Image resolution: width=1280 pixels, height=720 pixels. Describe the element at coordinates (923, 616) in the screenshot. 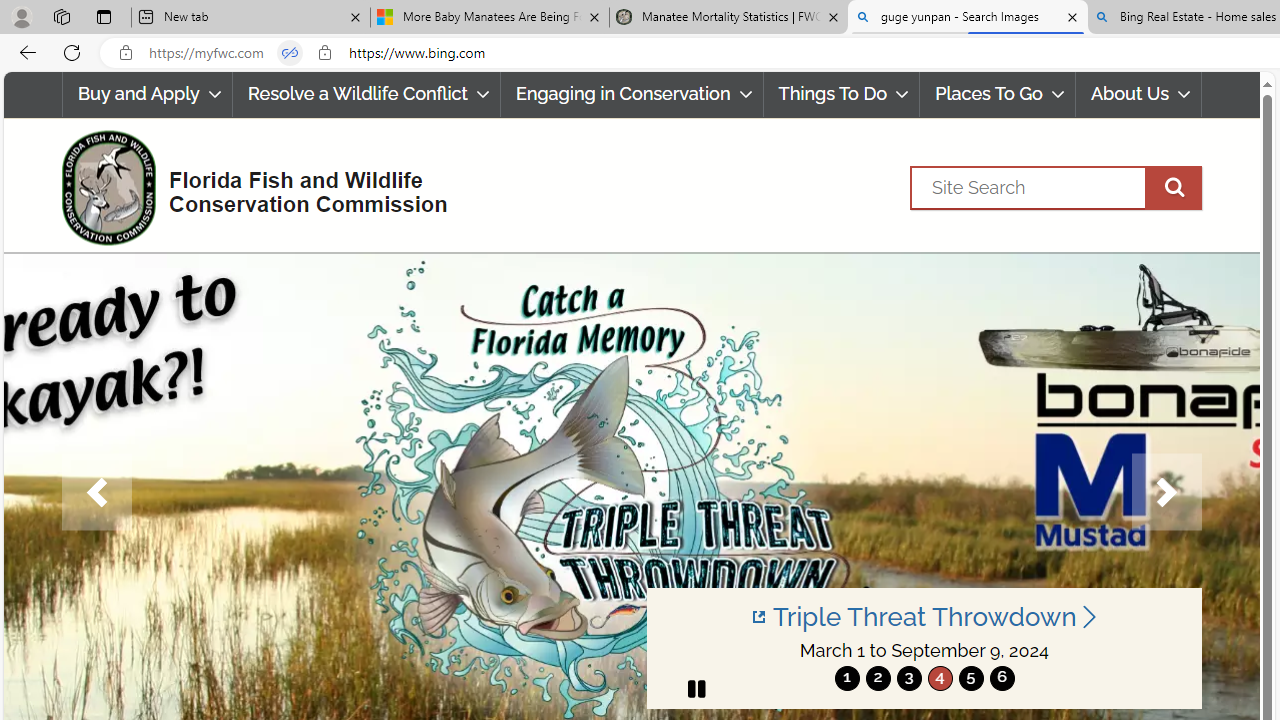

I see `'Triple Threat Throwdown '` at that location.